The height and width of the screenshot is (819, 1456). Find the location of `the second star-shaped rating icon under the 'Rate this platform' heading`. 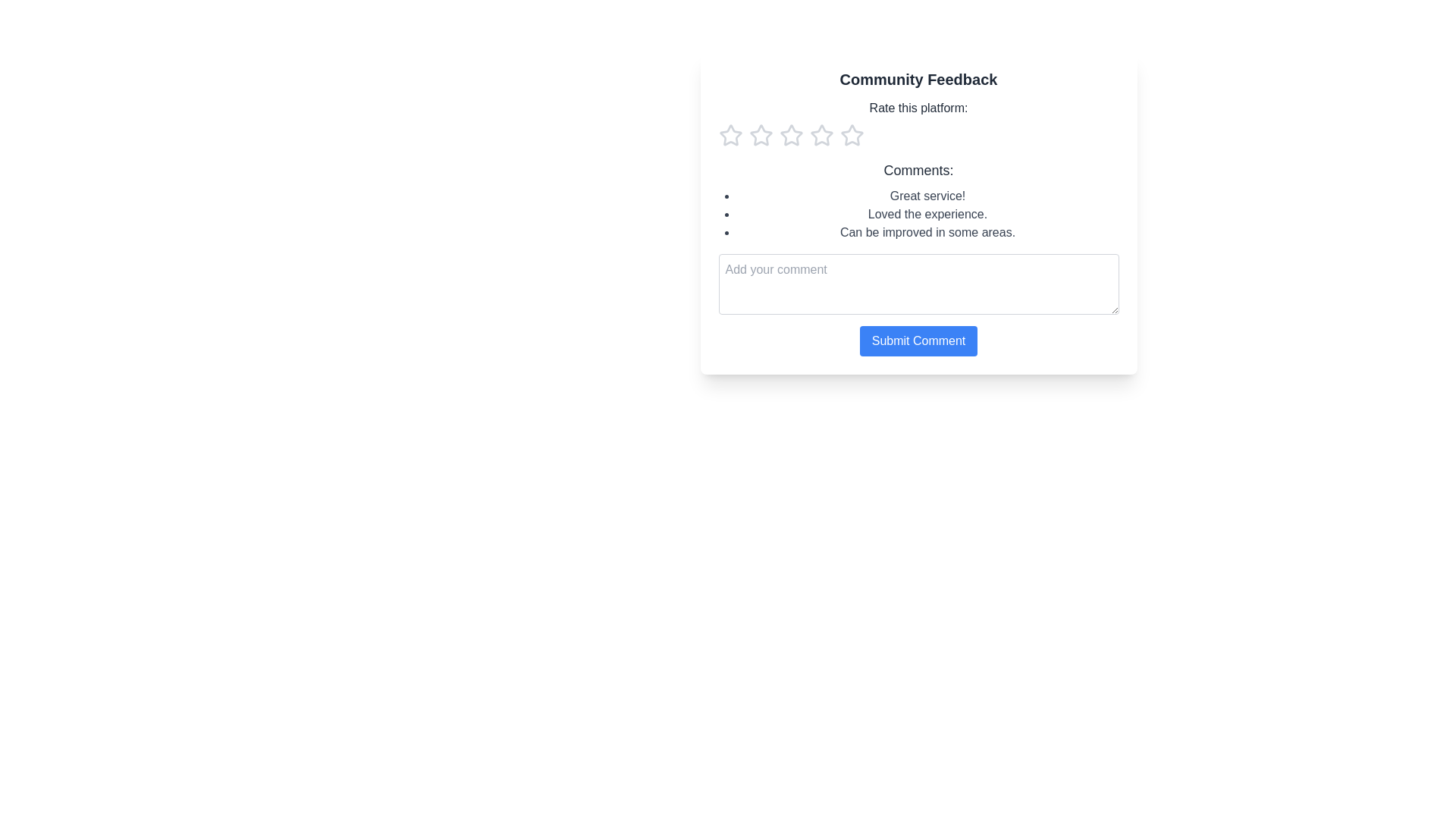

the second star-shaped rating icon under the 'Rate this platform' heading is located at coordinates (852, 134).